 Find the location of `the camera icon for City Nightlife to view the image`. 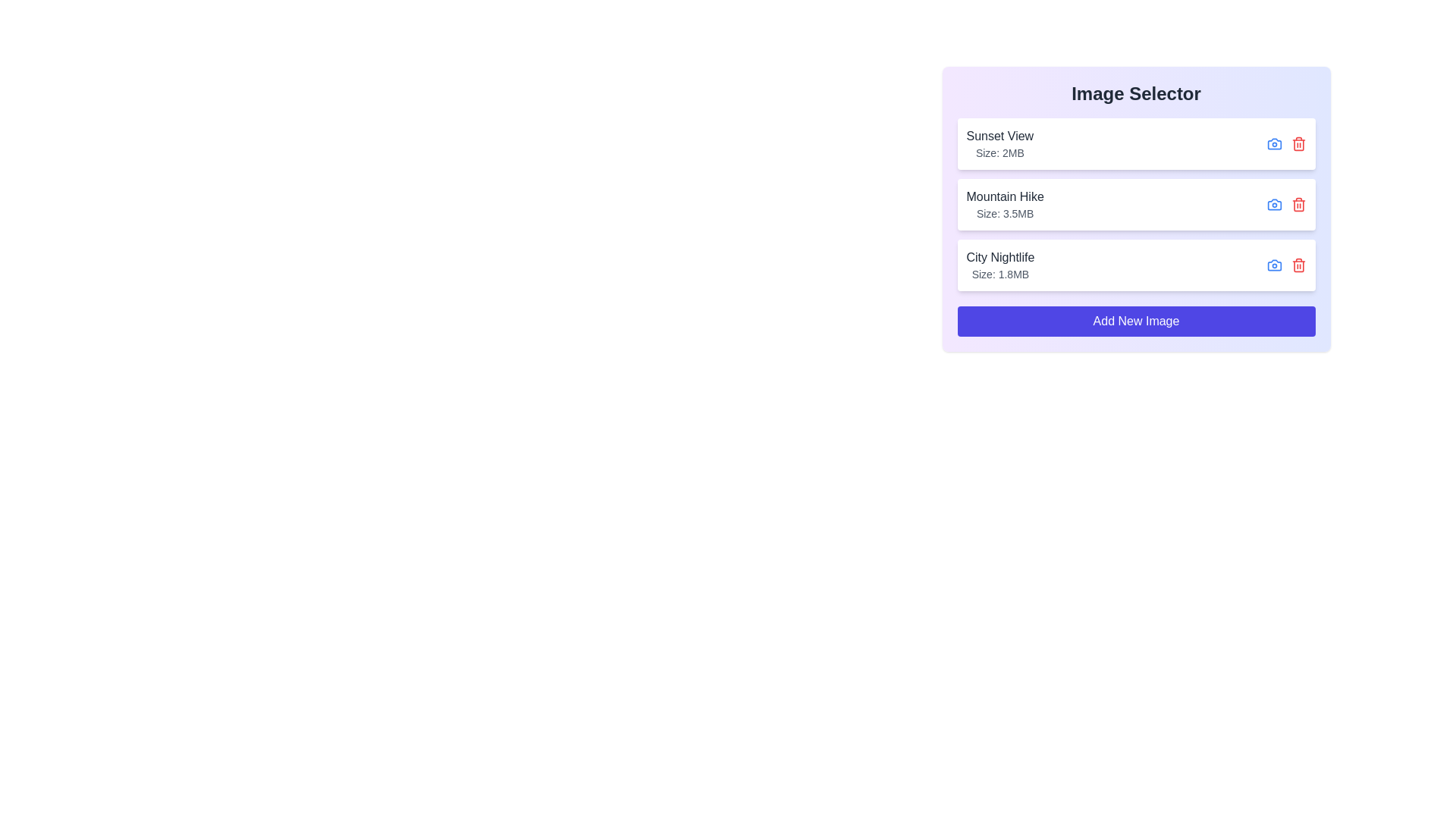

the camera icon for City Nightlife to view the image is located at coordinates (1274, 265).